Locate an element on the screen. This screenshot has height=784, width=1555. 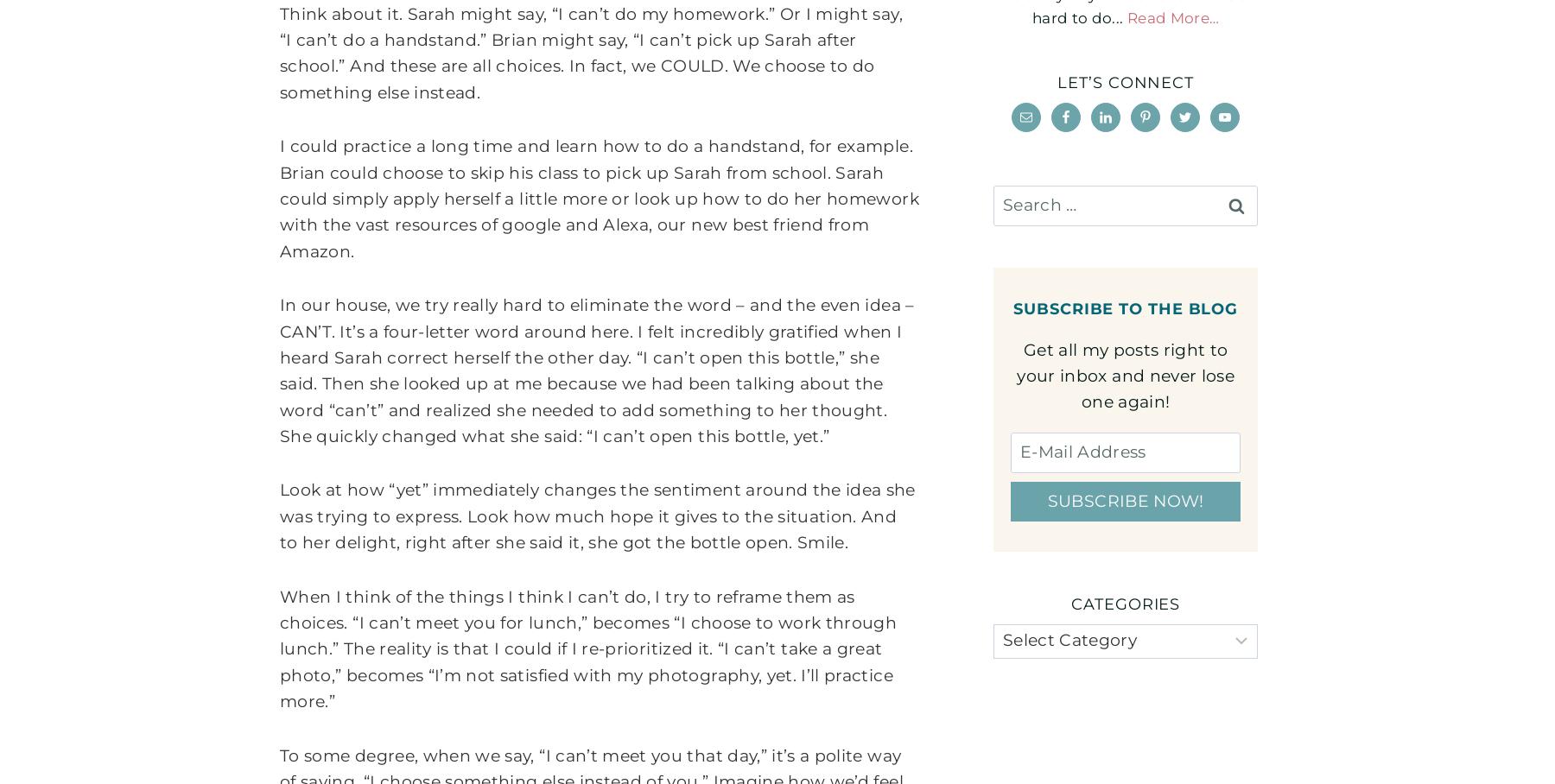
'Think about it. Sarah might say, “I can’t do my homework.” Or I might say, “I can’t do a handstand.” Brian might say, “I can’t pick up Sarah after school.” And these are all choices. In fact, we COULD. We choose to do something else instead.' is located at coordinates (590, 53).